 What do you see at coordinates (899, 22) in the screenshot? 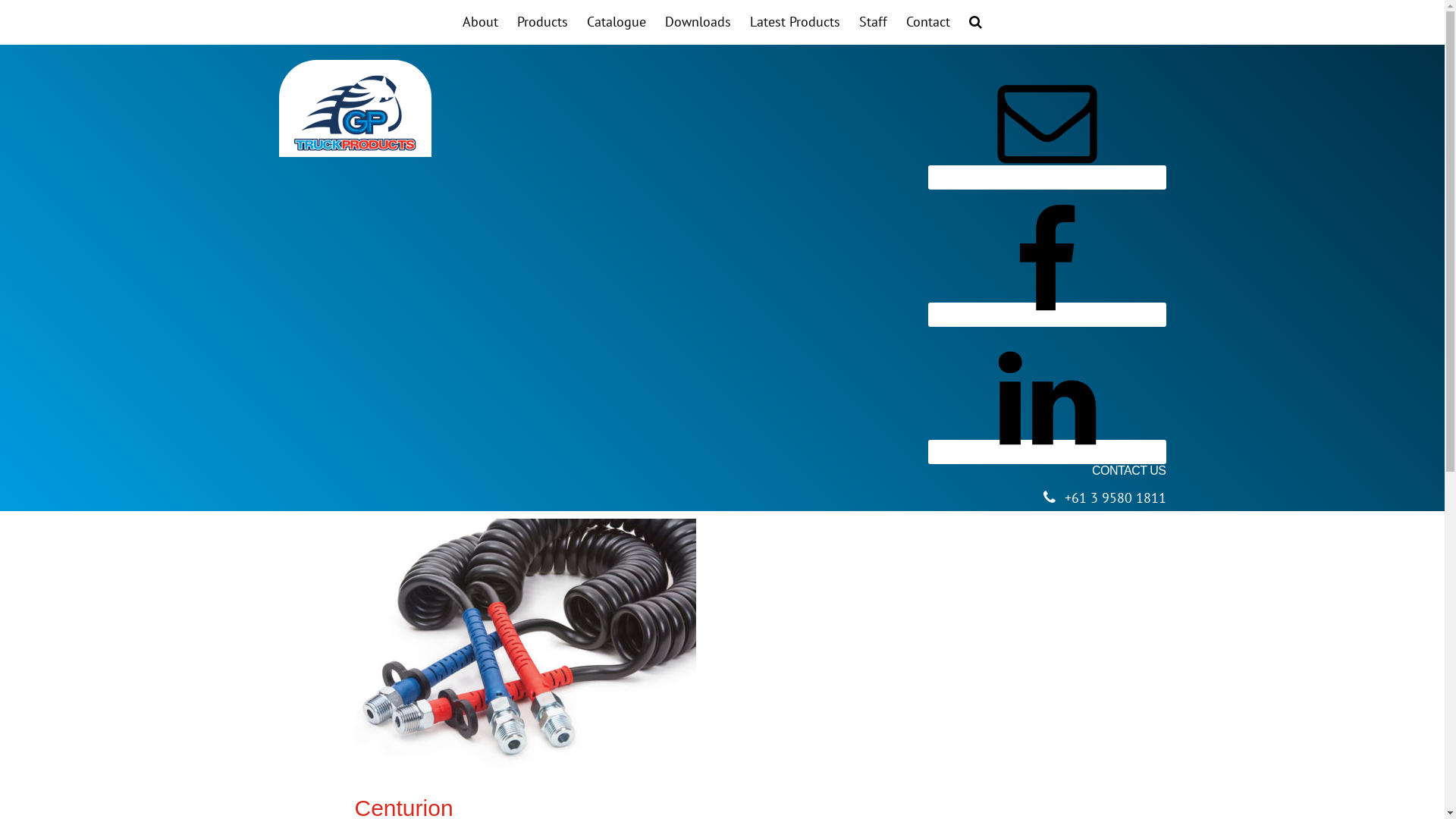
I see `'Contact'` at bounding box center [899, 22].